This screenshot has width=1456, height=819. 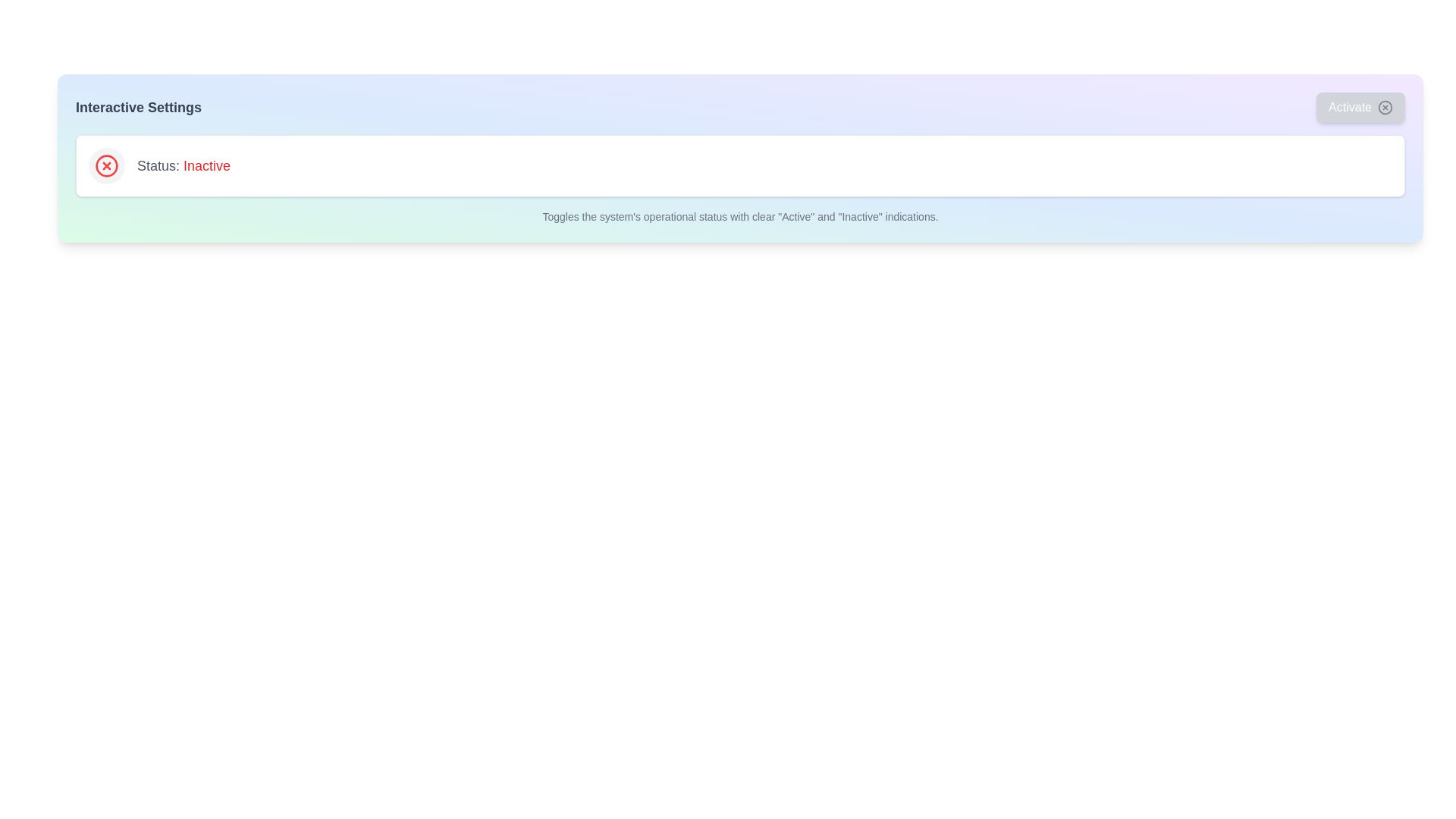 What do you see at coordinates (105, 166) in the screenshot?
I see `the small circular button with a gray background and a red cross icon located to the left of the text 'Status: Inactive.'` at bounding box center [105, 166].